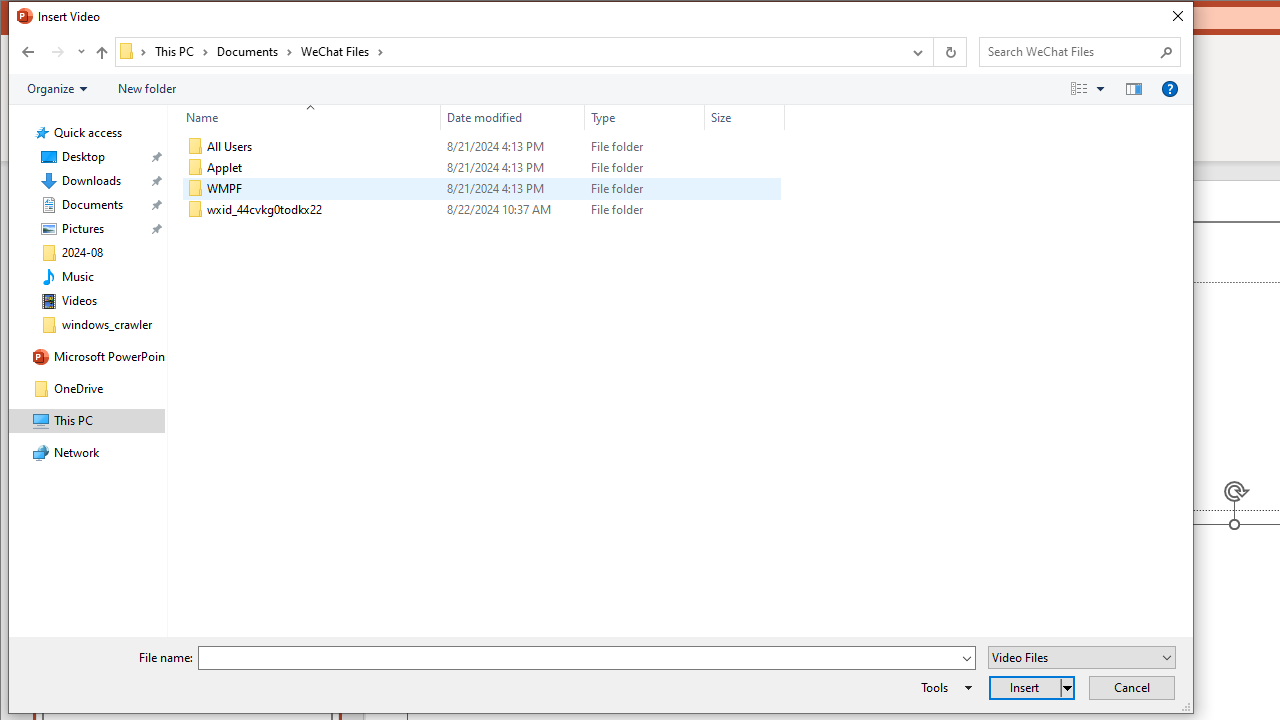  Describe the element at coordinates (948, 50) in the screenshot. I see `'Refresh "WeChat Files" (F5)'` at that location.